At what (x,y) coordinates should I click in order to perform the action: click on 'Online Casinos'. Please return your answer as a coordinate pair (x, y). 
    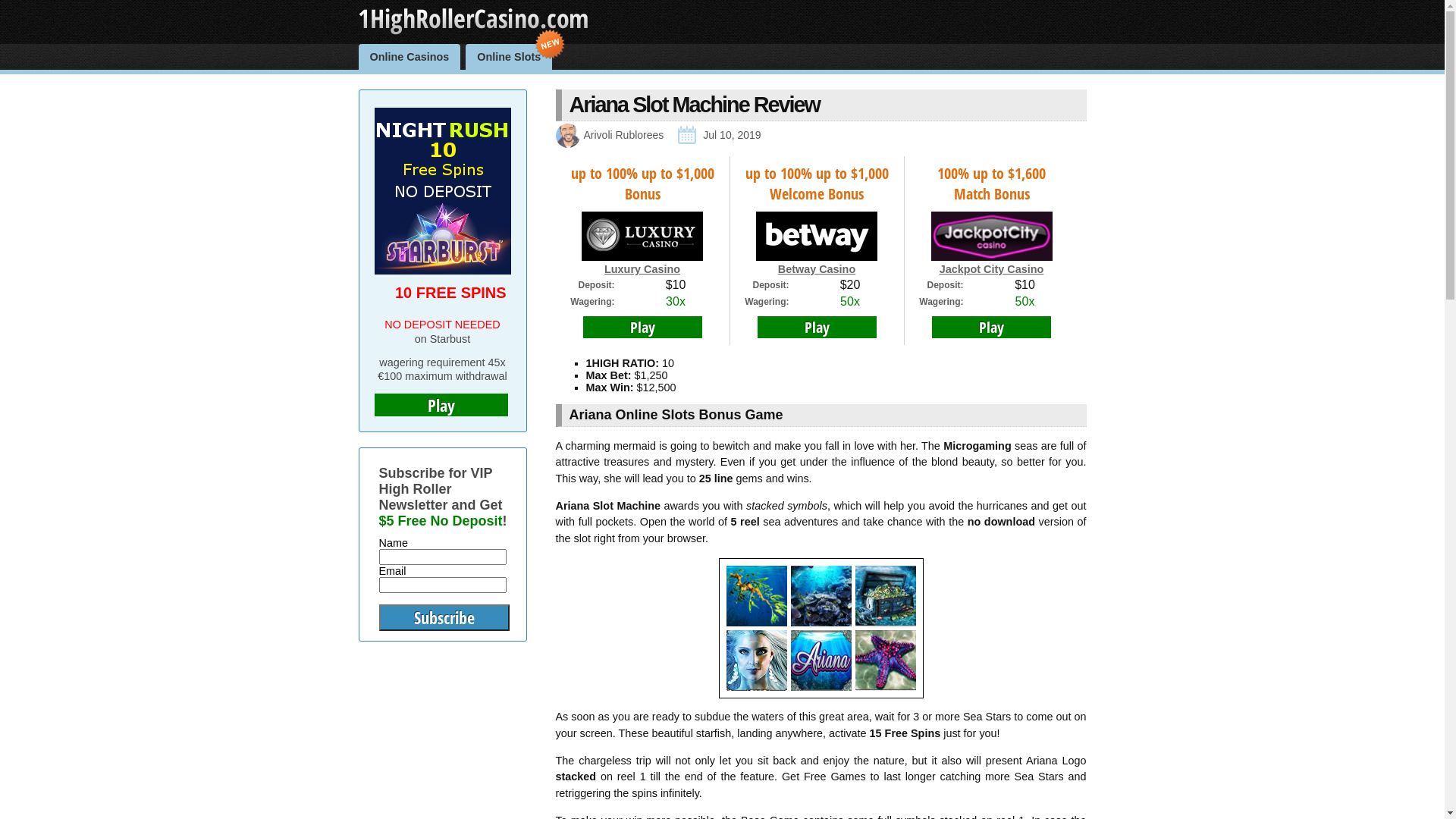
    Looking at the image, I should click on (409, 55).